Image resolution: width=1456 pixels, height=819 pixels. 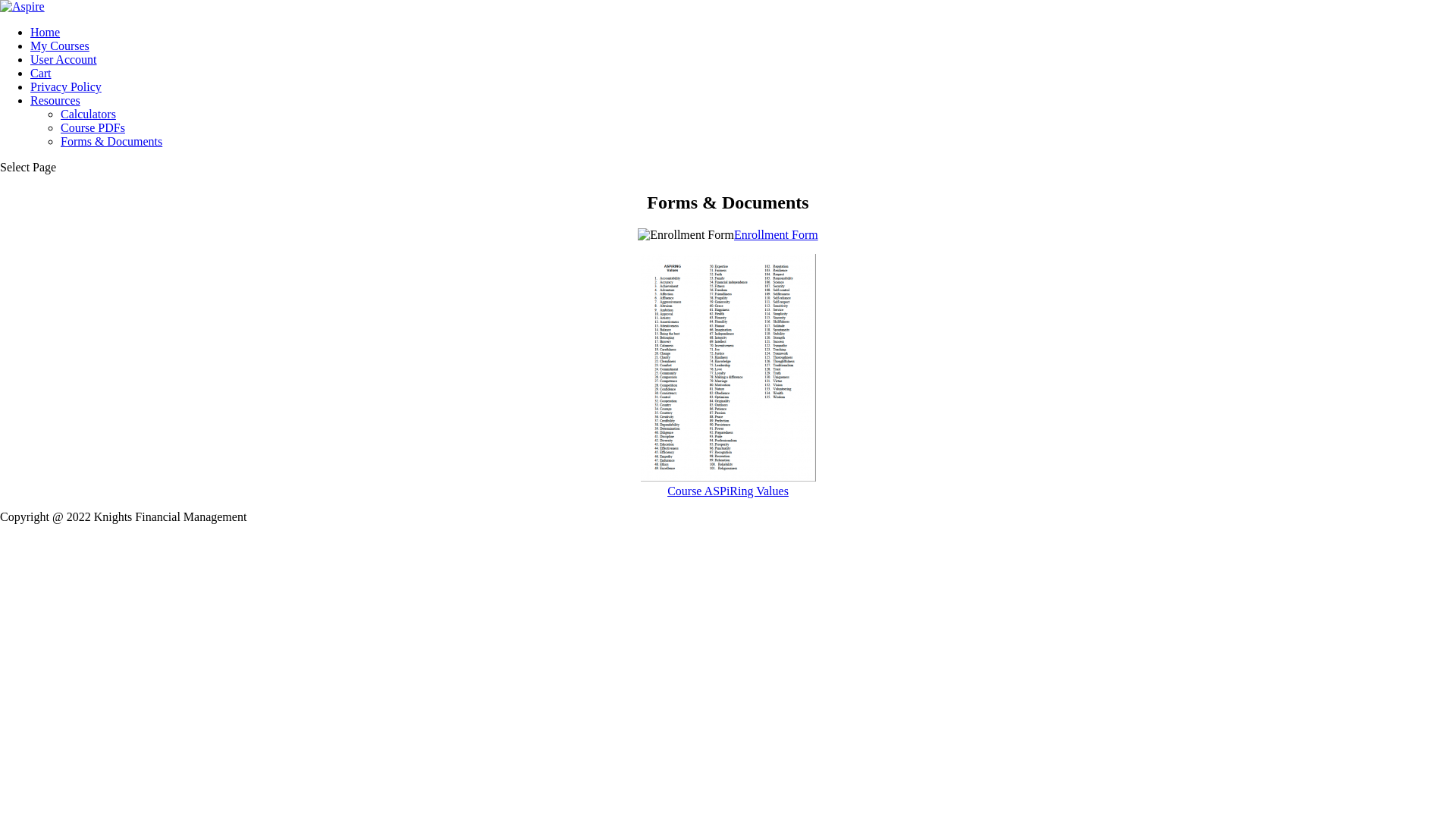 What do you see at coordinates (30, 100) in the screenshot?
I see `'Resources'` at bounding box center [30, 100].